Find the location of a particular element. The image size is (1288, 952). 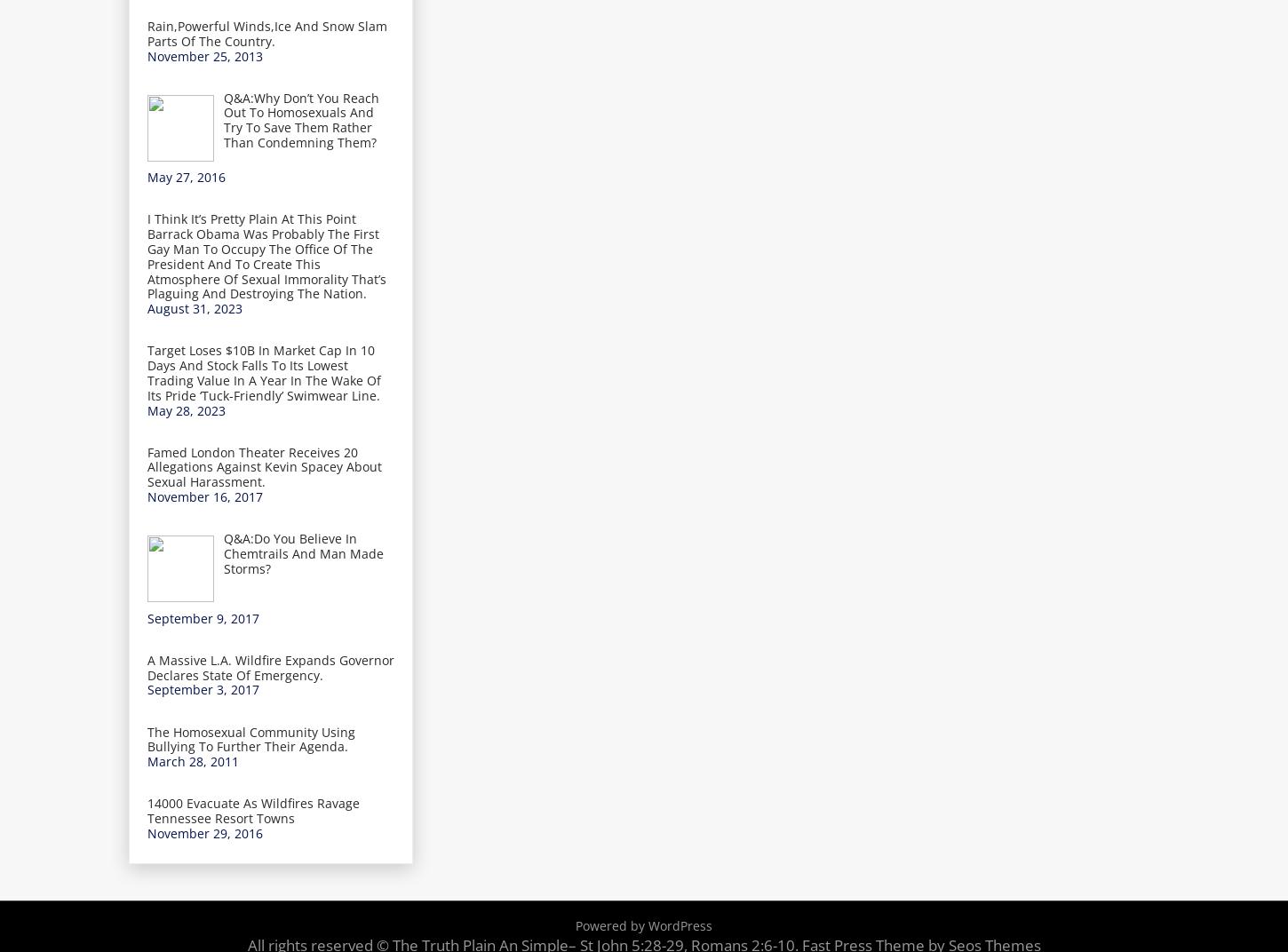

'March 28, 2011' is located at coordinates (192, 760).